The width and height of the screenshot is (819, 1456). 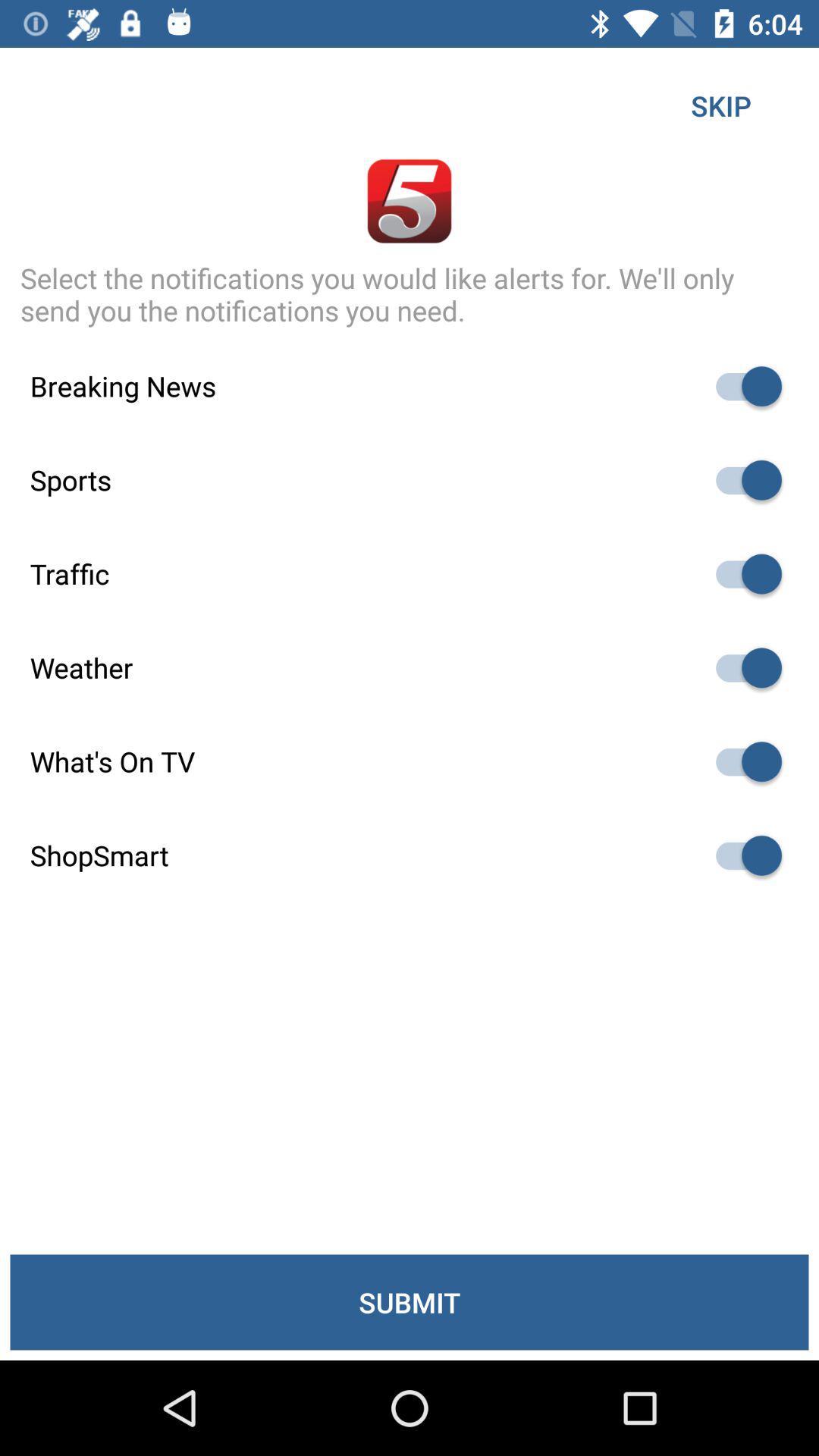 What do you see at coordinates (741, 573) in the screenshot?
I see `get traffic notifications` at bounding box center [741, 573].